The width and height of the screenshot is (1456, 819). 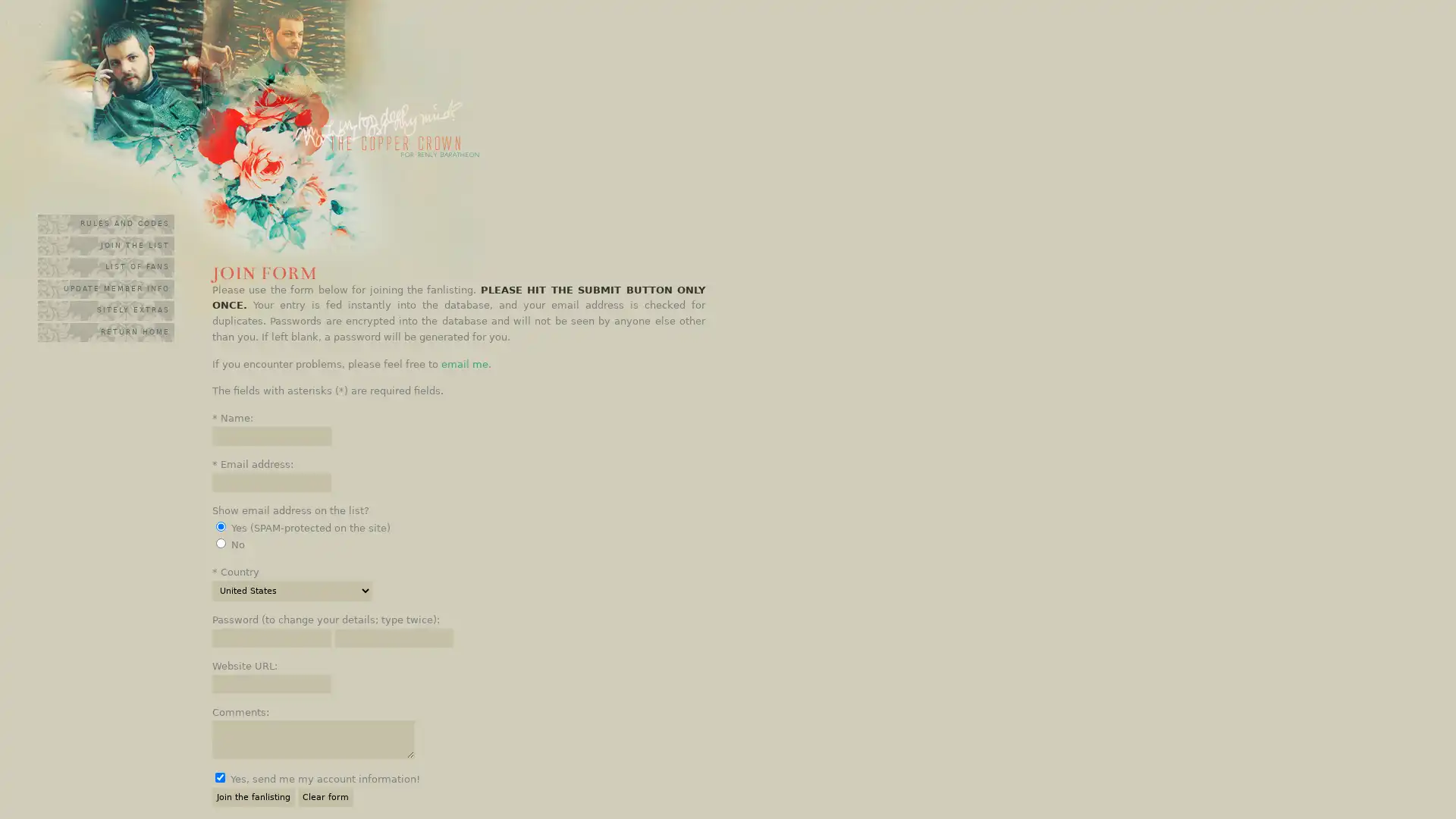 What do you see at coordinates (253, 796) in the screenshot?
I see `Join the fanlisting` at bounding box center [253, 796].